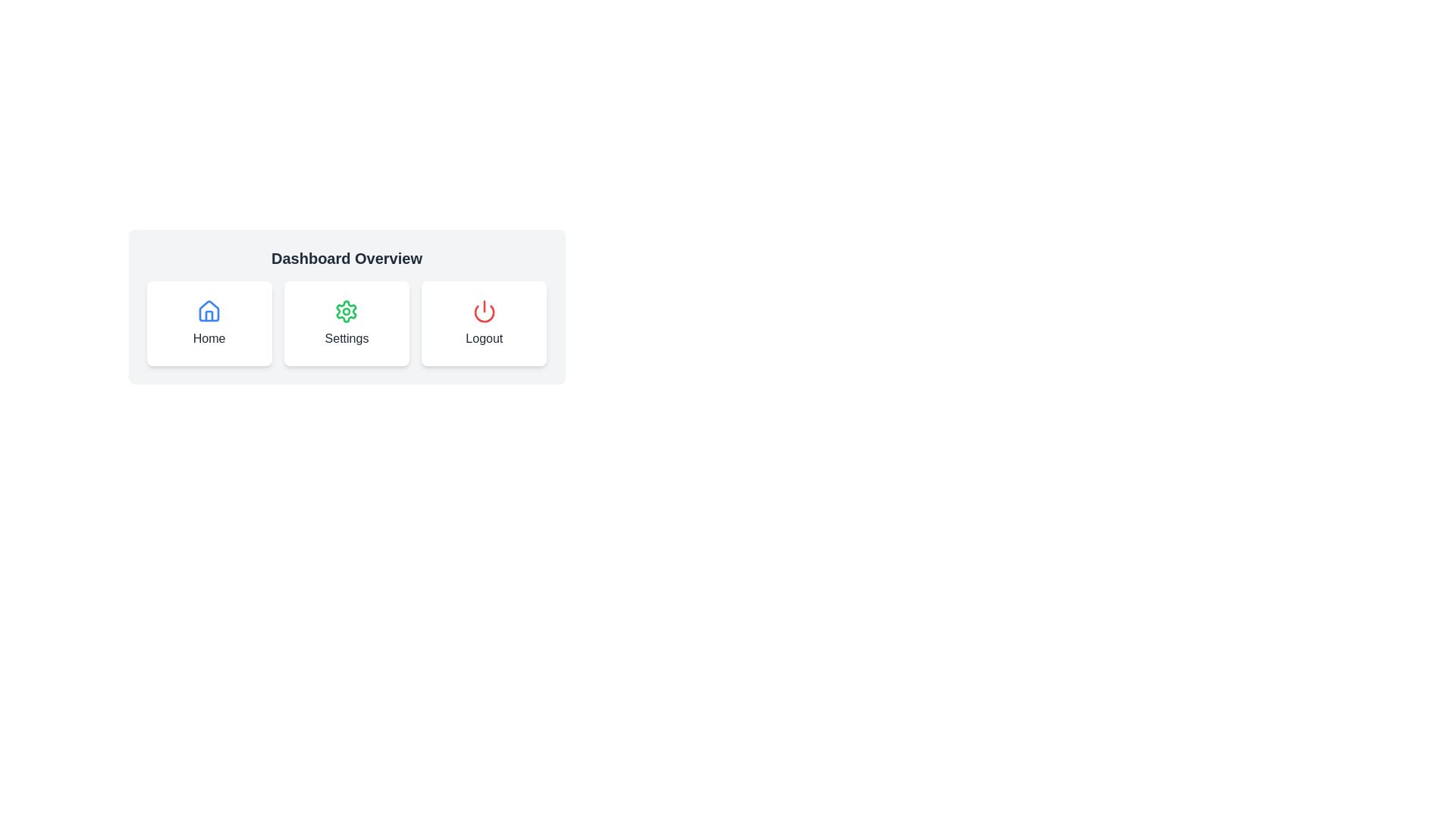 This screenshot has width=1456, height=819. I want to click on the 'Settings' label, which is centrally positioned within a white card under a green gear icon in the middle of three horizontally arranged cards, so click(346, 338).